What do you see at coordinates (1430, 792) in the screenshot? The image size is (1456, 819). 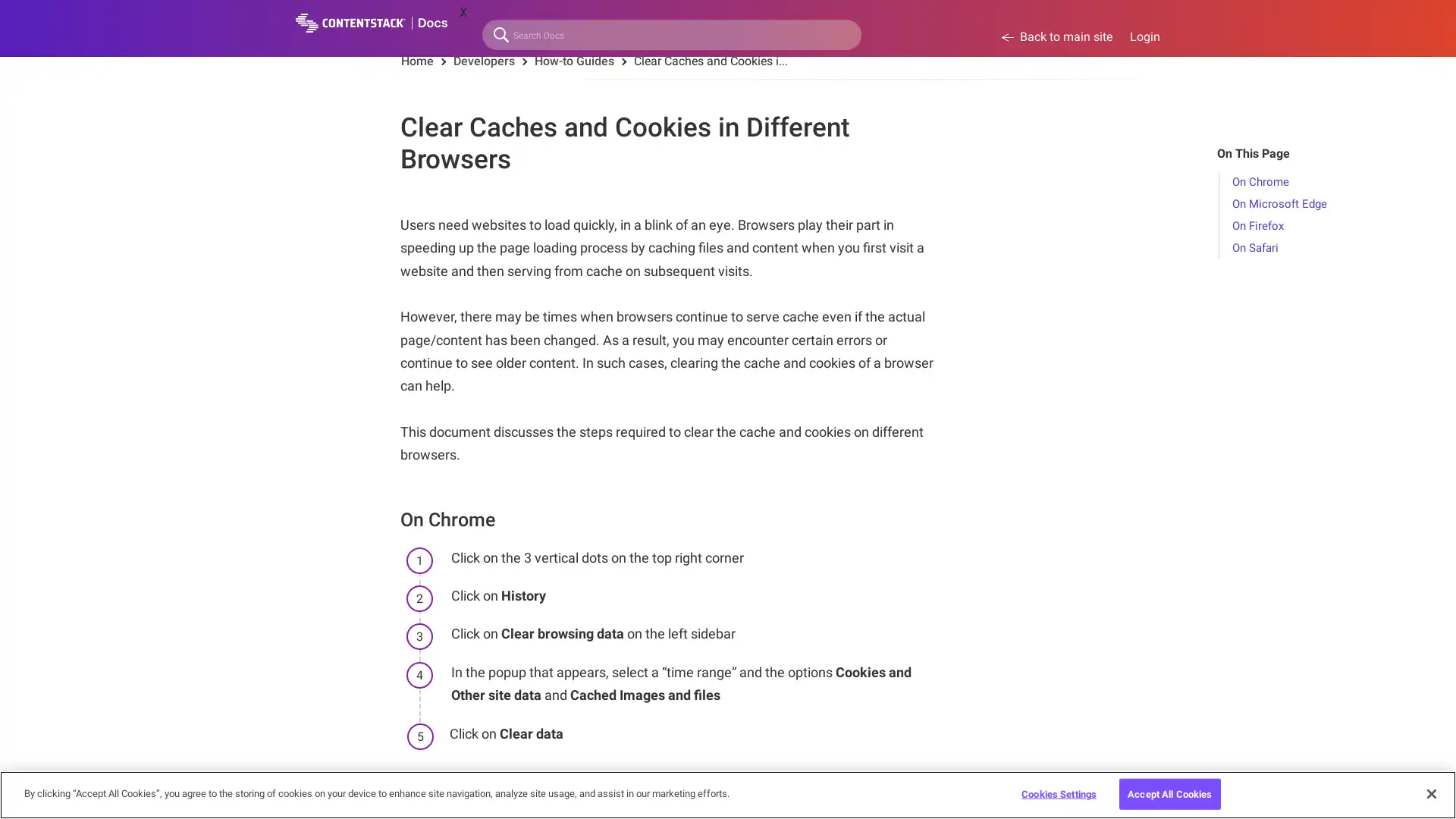 I see `Close` at bounding box center [1430, 792].